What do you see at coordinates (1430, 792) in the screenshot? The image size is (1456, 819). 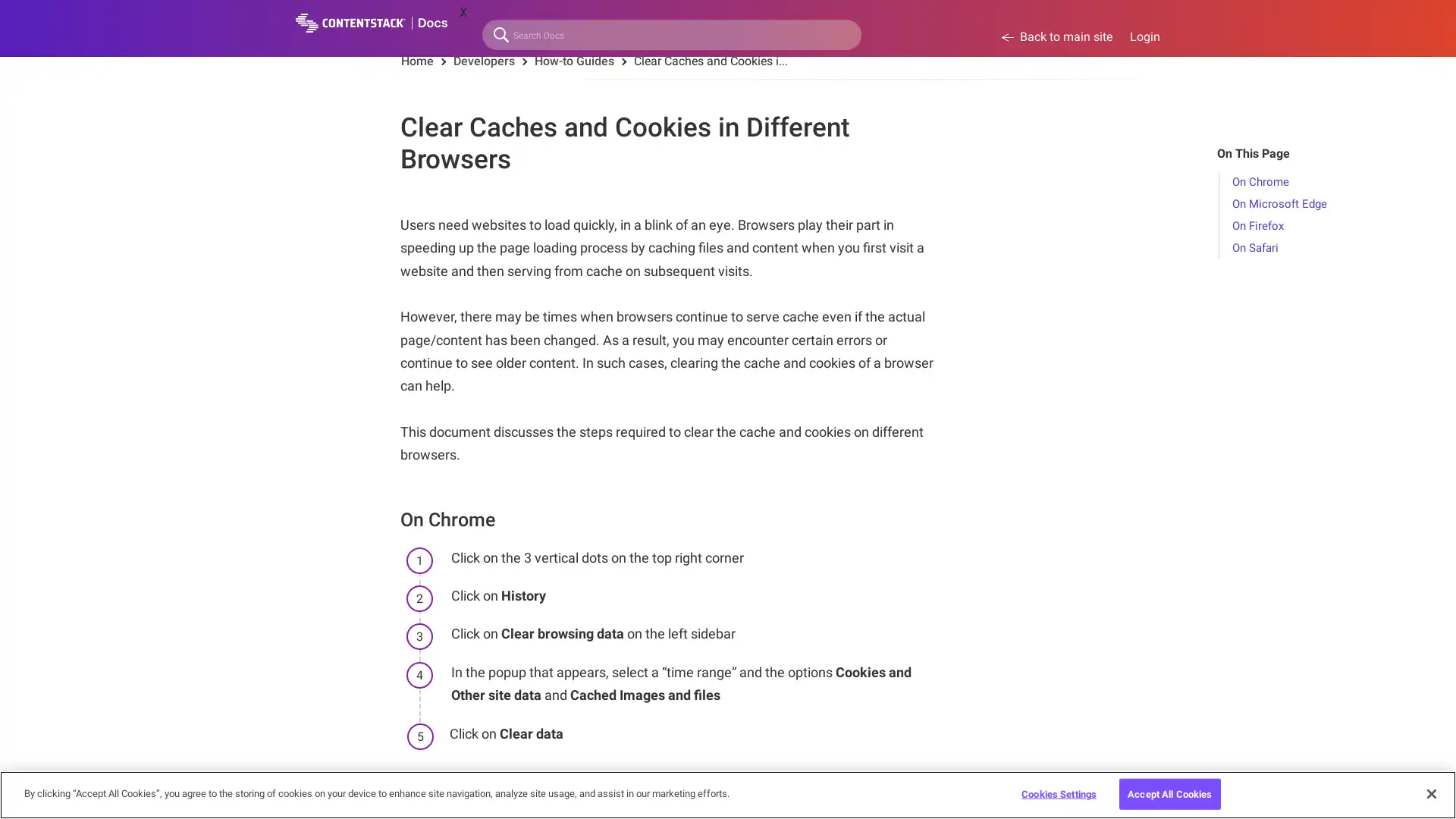 I see `Close` at bounding box center [1430, 792].